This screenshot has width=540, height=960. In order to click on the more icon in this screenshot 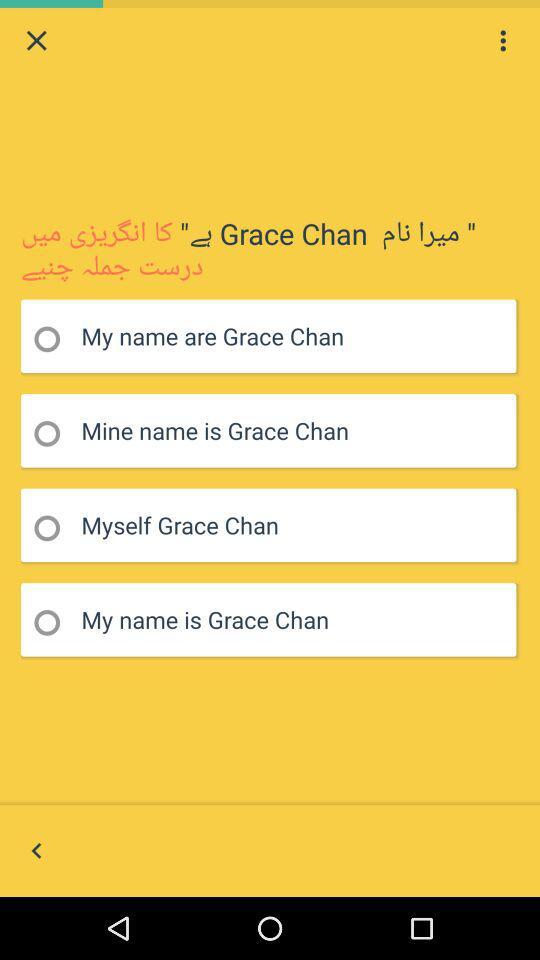, I will do `click(502, 42)`.